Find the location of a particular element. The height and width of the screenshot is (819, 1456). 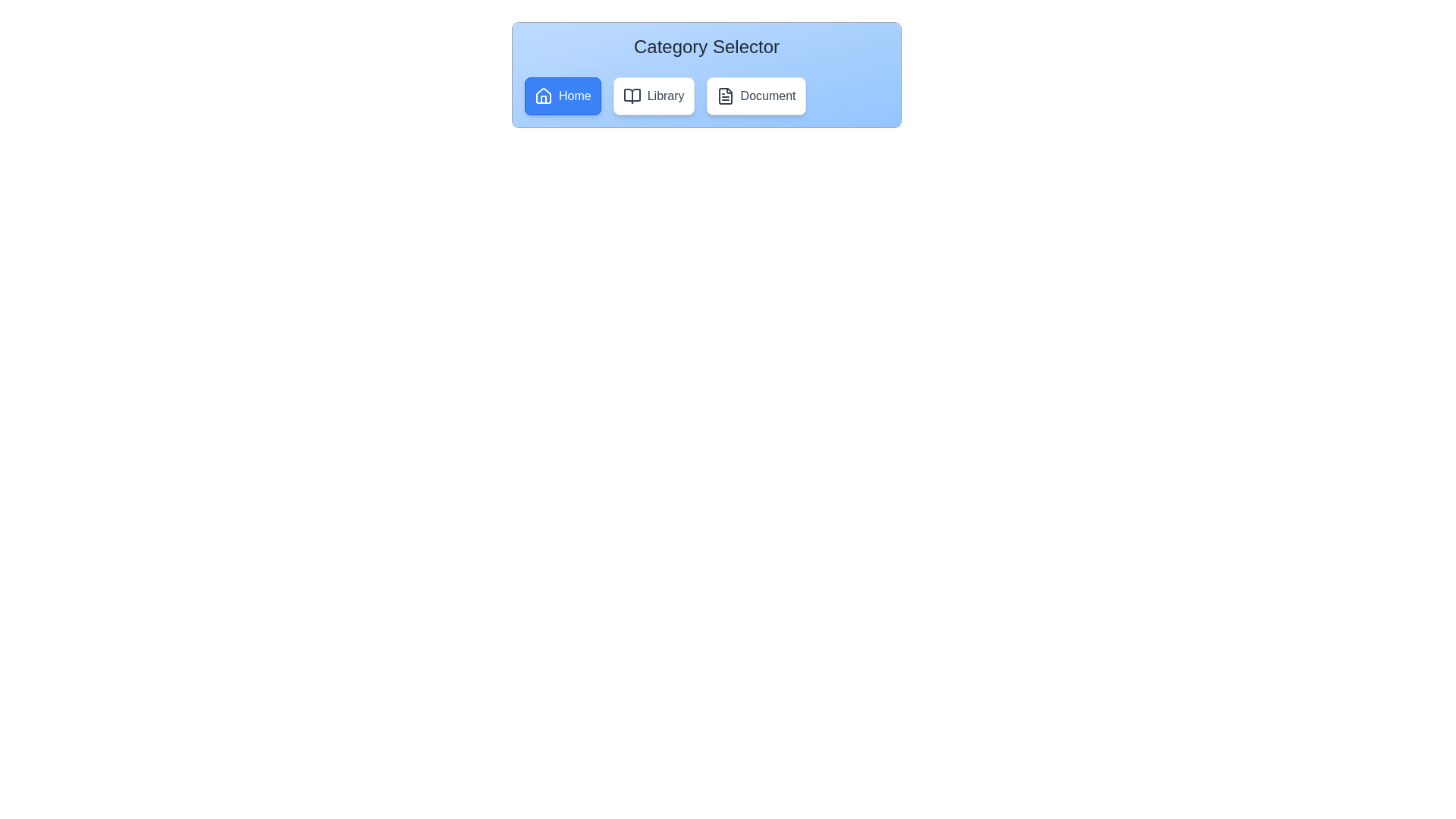

the Library option to observe the visual feedback is located at coordinates (654, 96).